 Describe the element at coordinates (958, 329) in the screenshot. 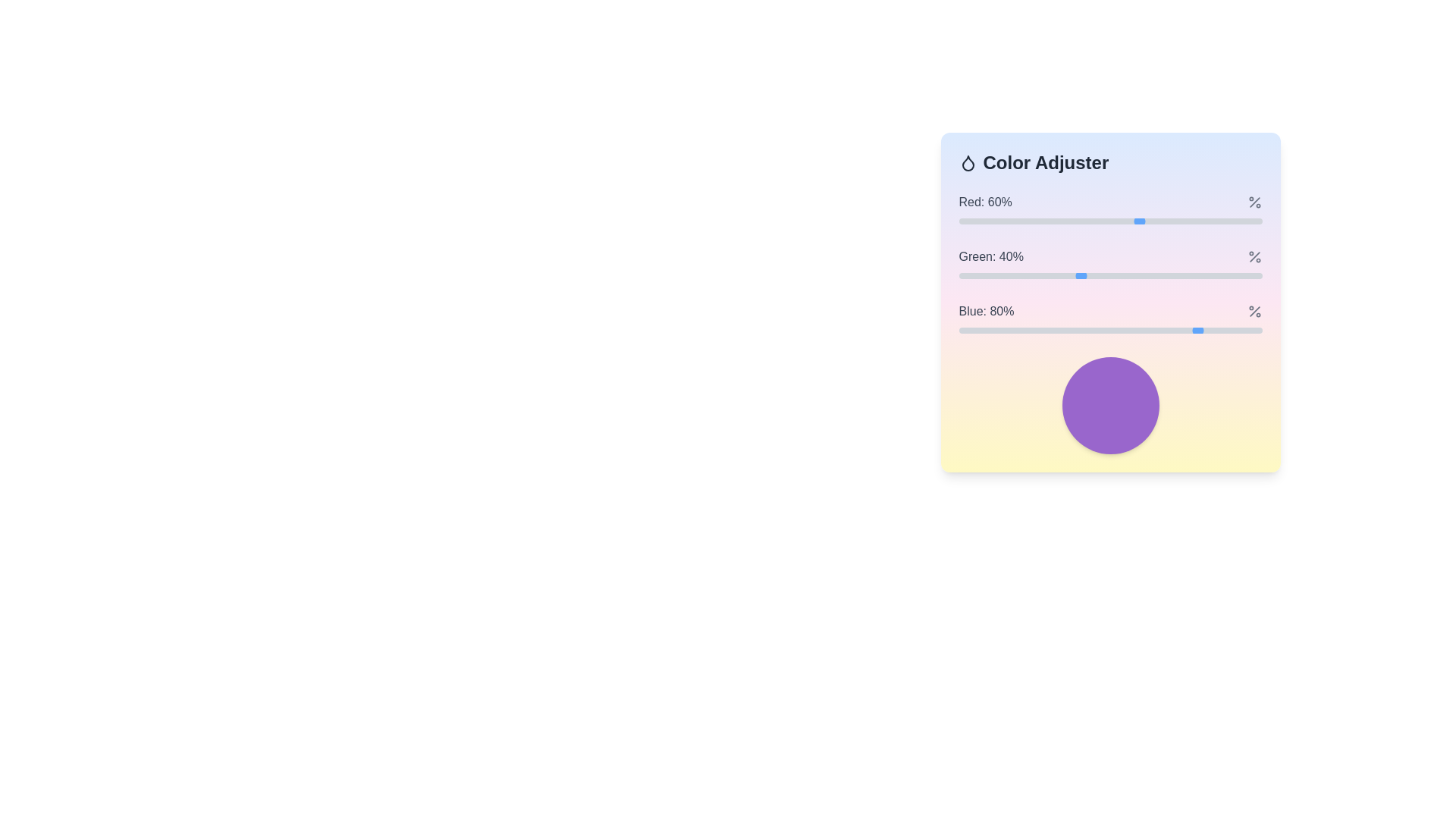

I see `the blue color slider to 0%` at that location.